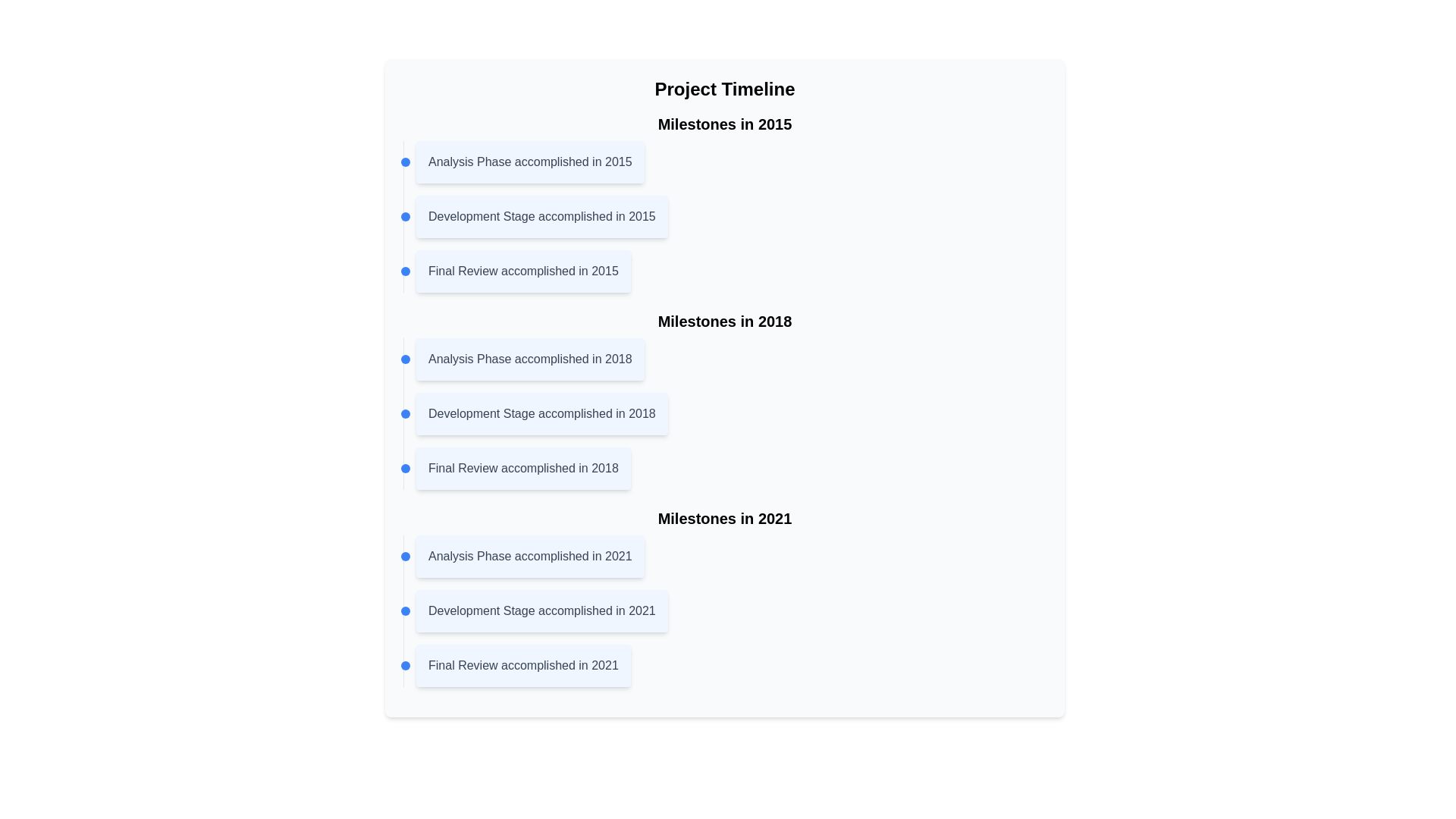 The width and height of the screenshot is (1456, 819). I want to click on the visual marker styled as a circle that indicates the 'Analysis Phase accomplished in 2021' in the 2021 milestones section, so click(405, 556).